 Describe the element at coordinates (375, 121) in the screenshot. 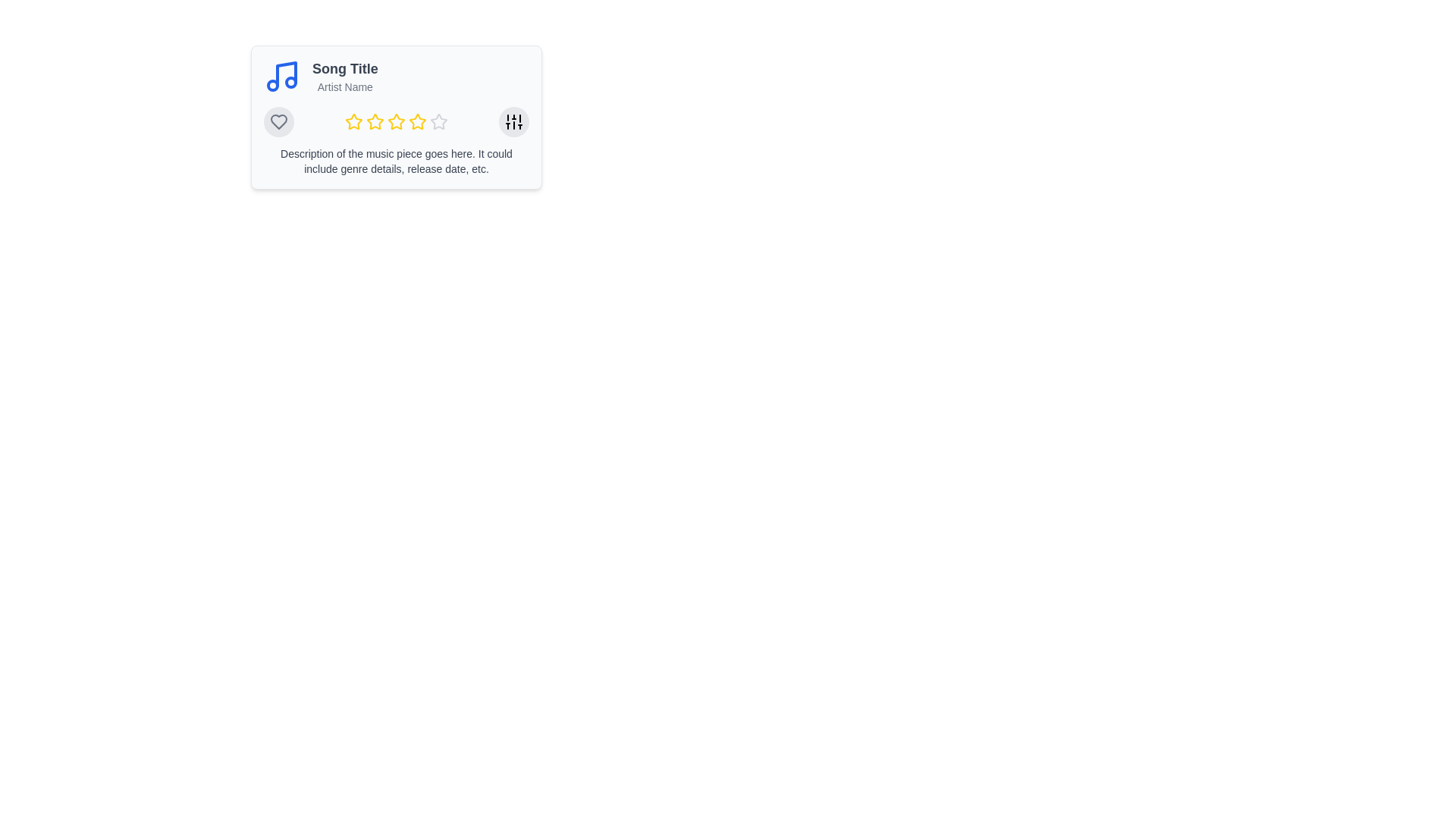

I see `the second star in the series of five rating stars` at that location.